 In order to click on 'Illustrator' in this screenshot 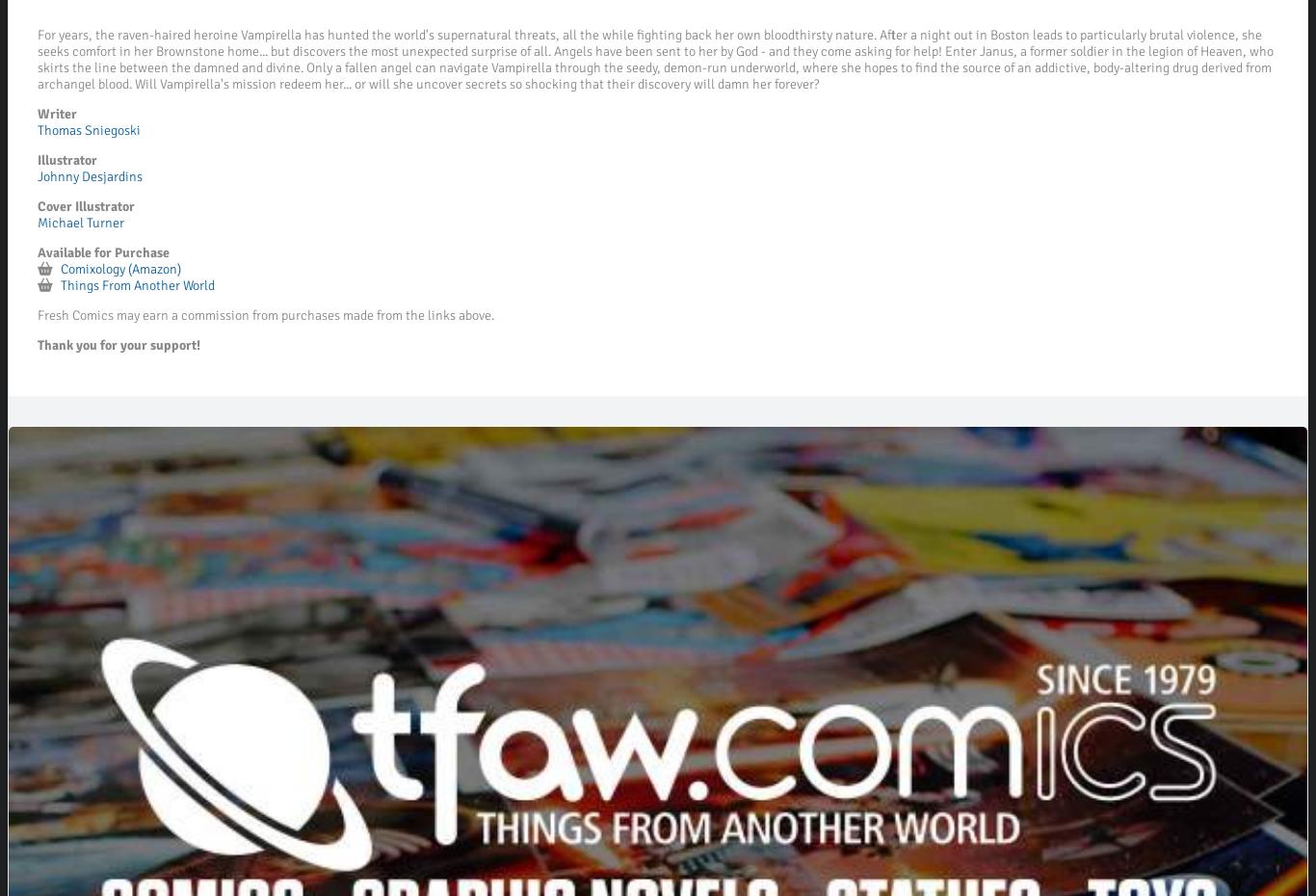, I will do `click(66, 159)`.